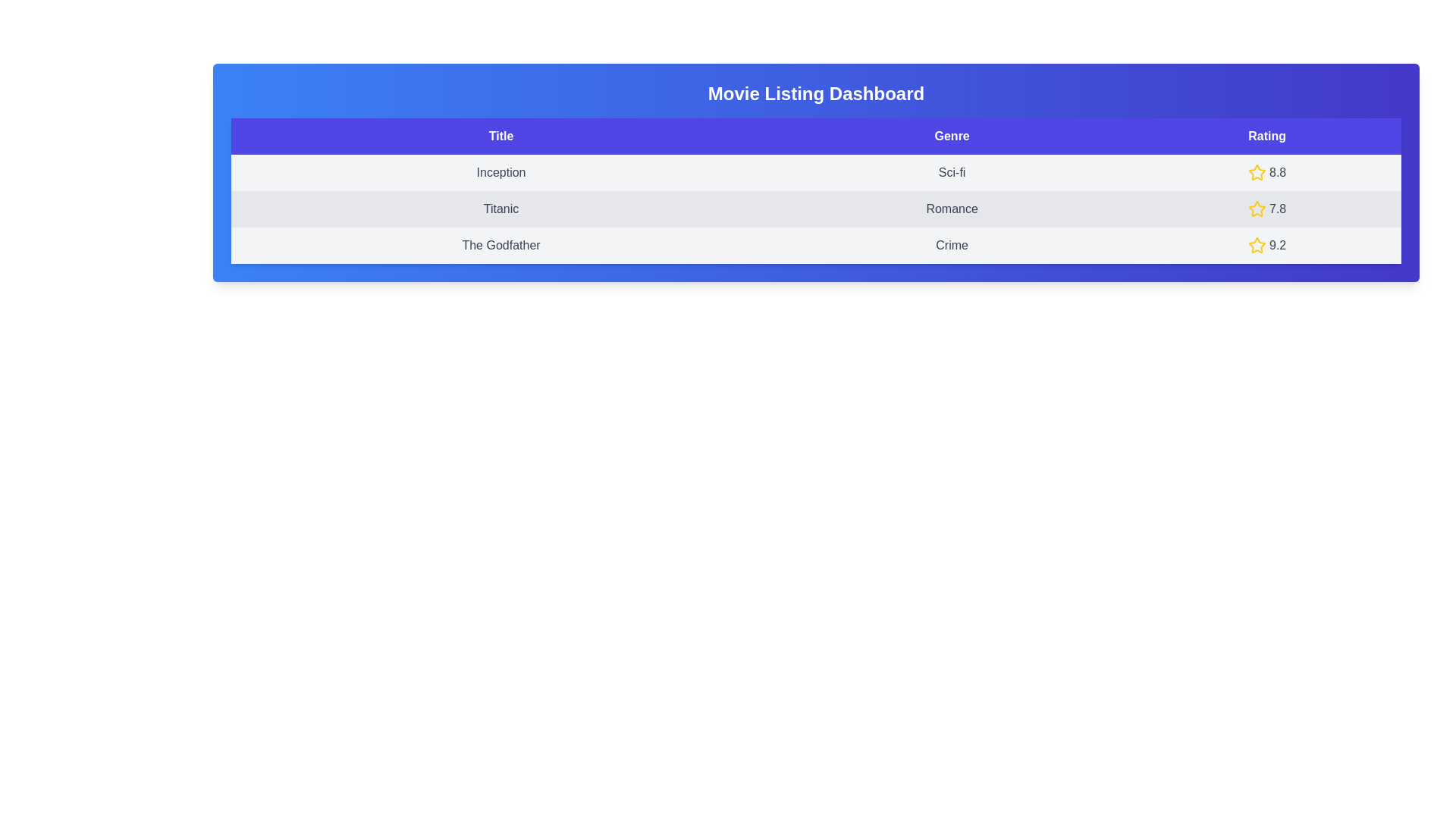 The width and height of the screenshot is (1456, 819). What do you see at coordinates (951, 136) in the screenshot?
I see `the 'Genre' header text element, which is styled with white text on a prominent purple background and is the second item in a row of headers` at bounding box center [951, 136].